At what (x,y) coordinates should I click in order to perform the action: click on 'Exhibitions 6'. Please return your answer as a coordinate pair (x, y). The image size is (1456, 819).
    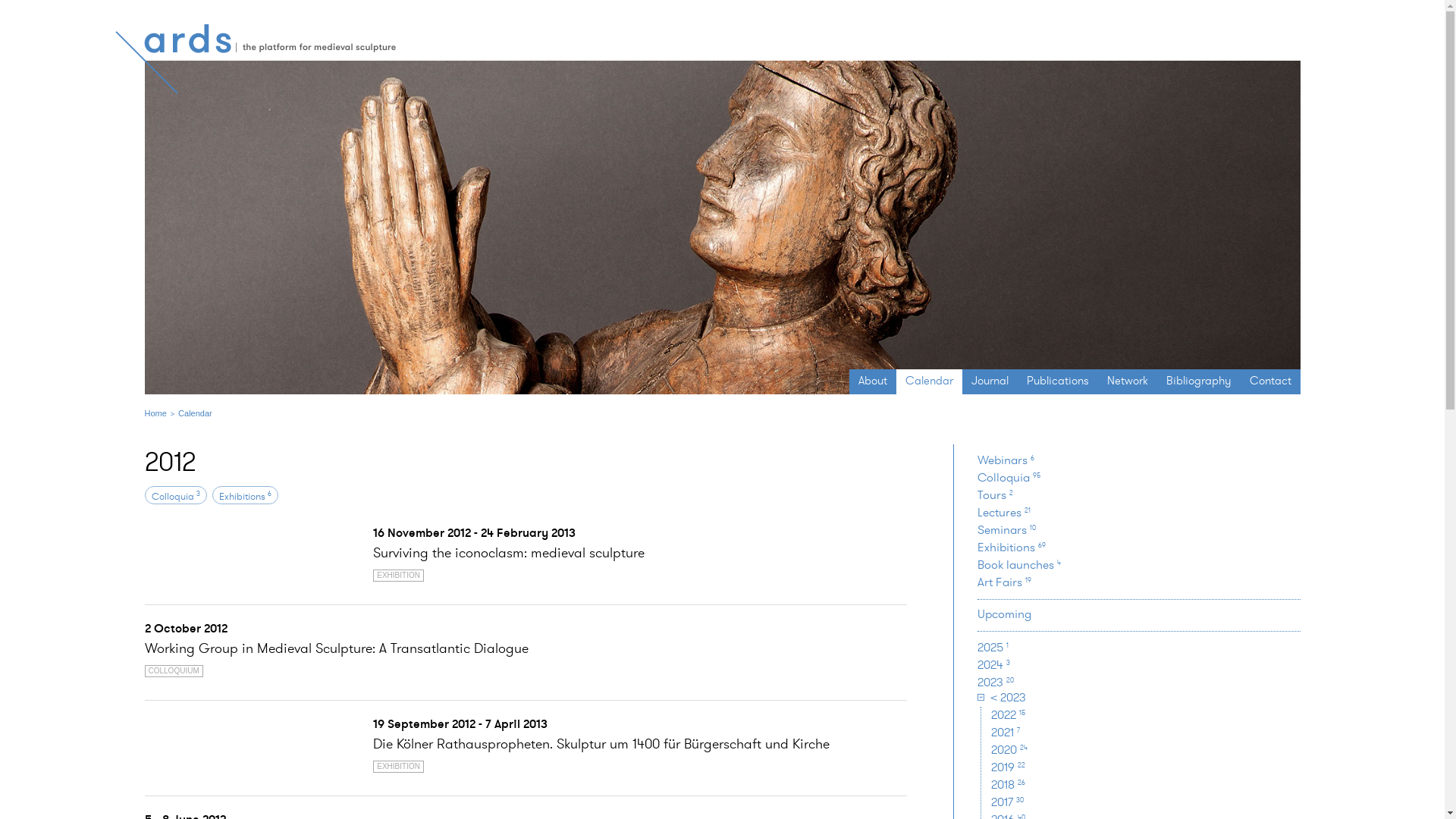
    Looking at the image, I should click on (244, 496).